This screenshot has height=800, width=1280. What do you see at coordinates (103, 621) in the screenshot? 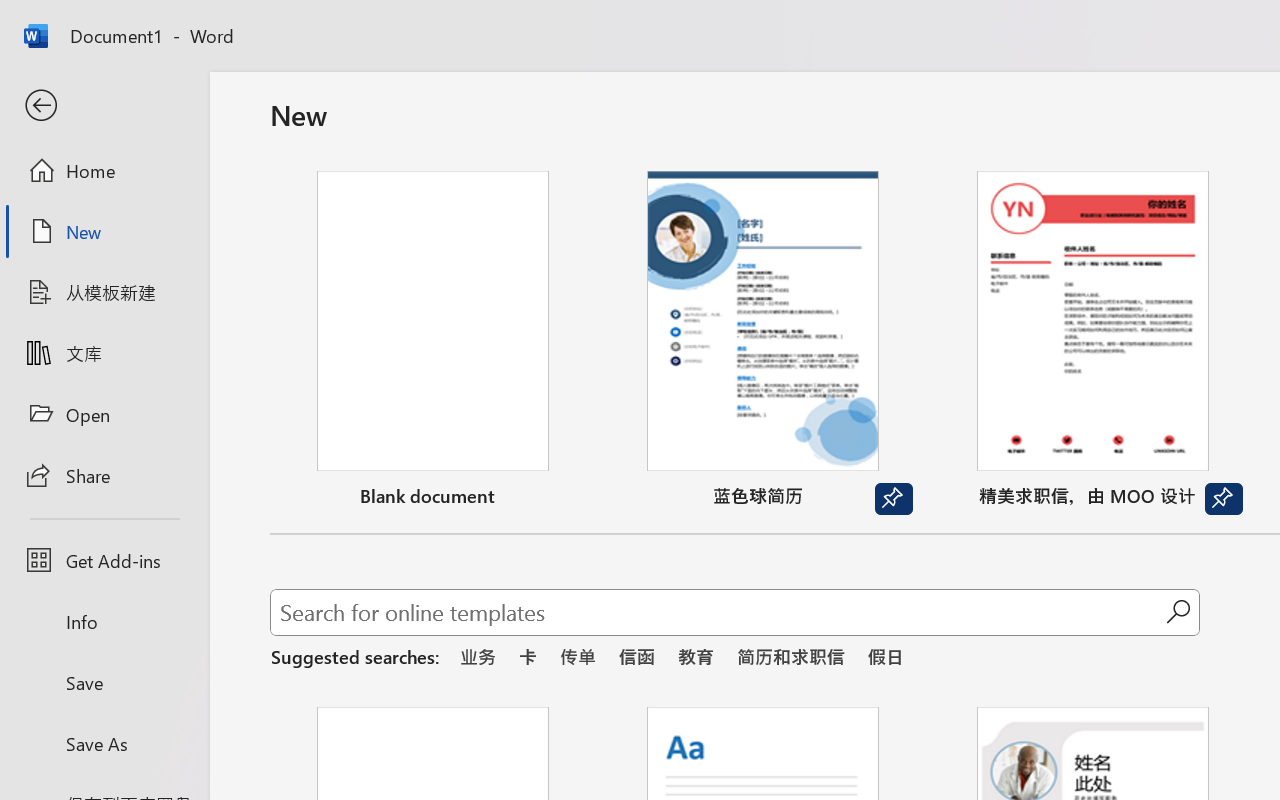
I see `'Info'` at bounding box center [103, 621].